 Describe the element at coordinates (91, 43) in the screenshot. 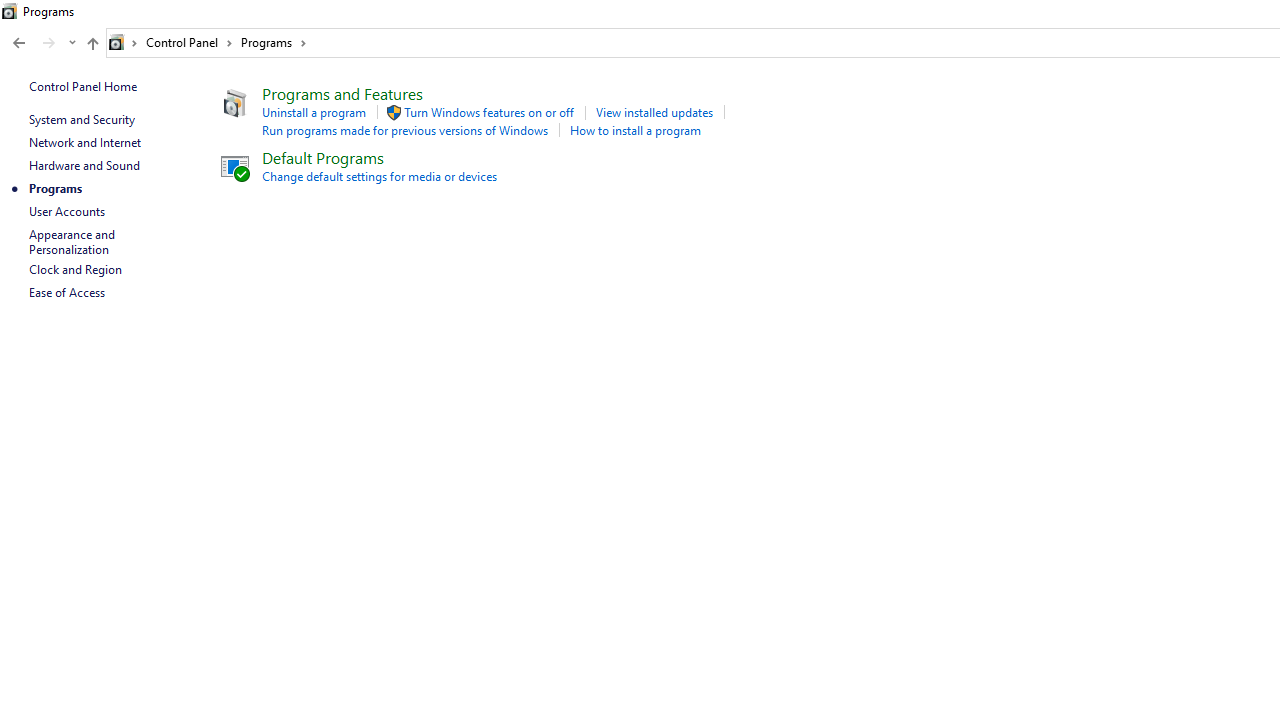

I see `'Up to "Control Panel" (Alt + Up Arrow)'` at that location.